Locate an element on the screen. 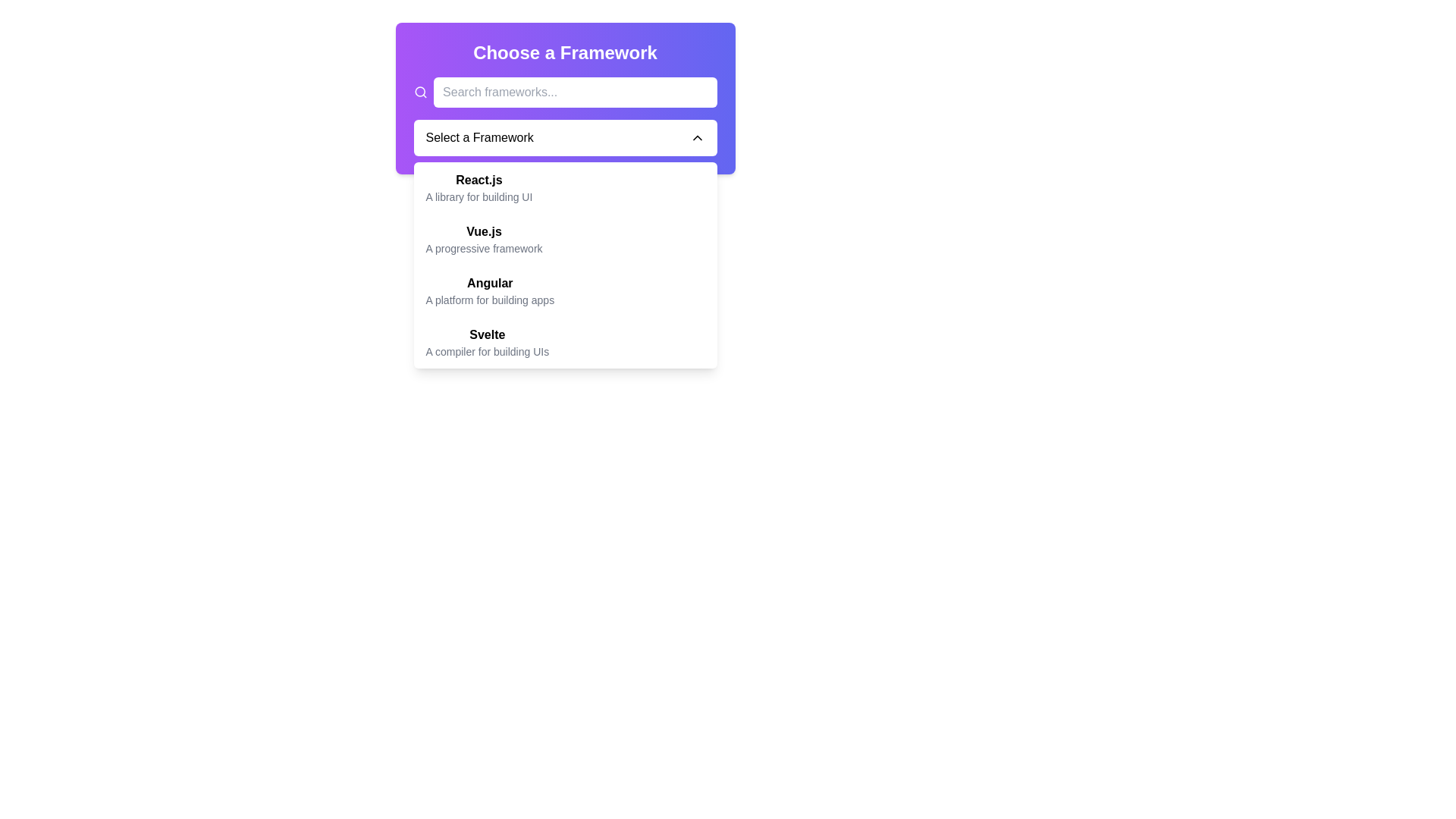 This screenshot has height=819, width=1456. the text element 'Angular' in the dropdown menu under 'Choose a Framework' is located at coordinates (490, 291).